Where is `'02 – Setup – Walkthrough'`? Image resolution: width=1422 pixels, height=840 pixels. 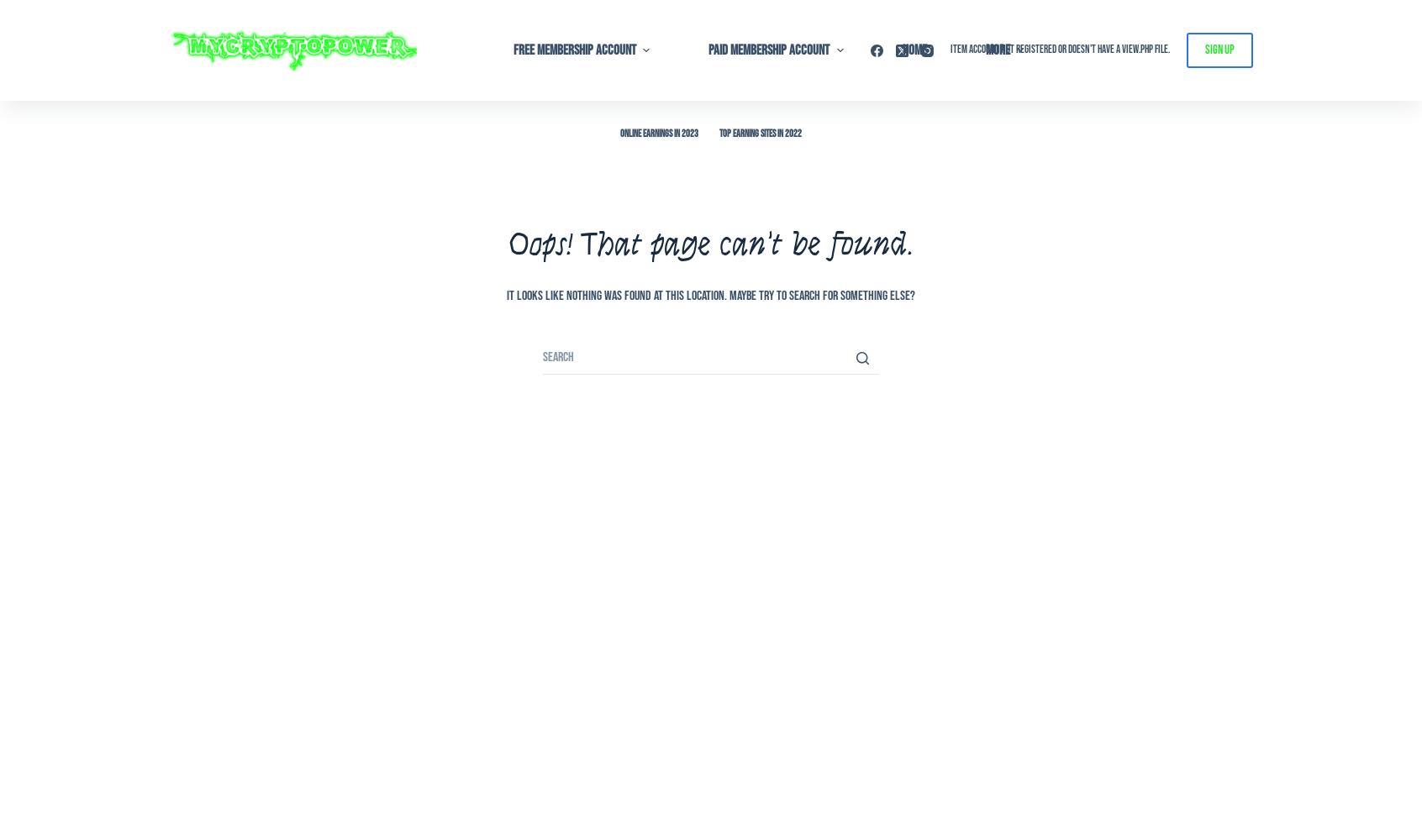
'02 – Setup – Walkthrough' is located at coordinates (543, 161).